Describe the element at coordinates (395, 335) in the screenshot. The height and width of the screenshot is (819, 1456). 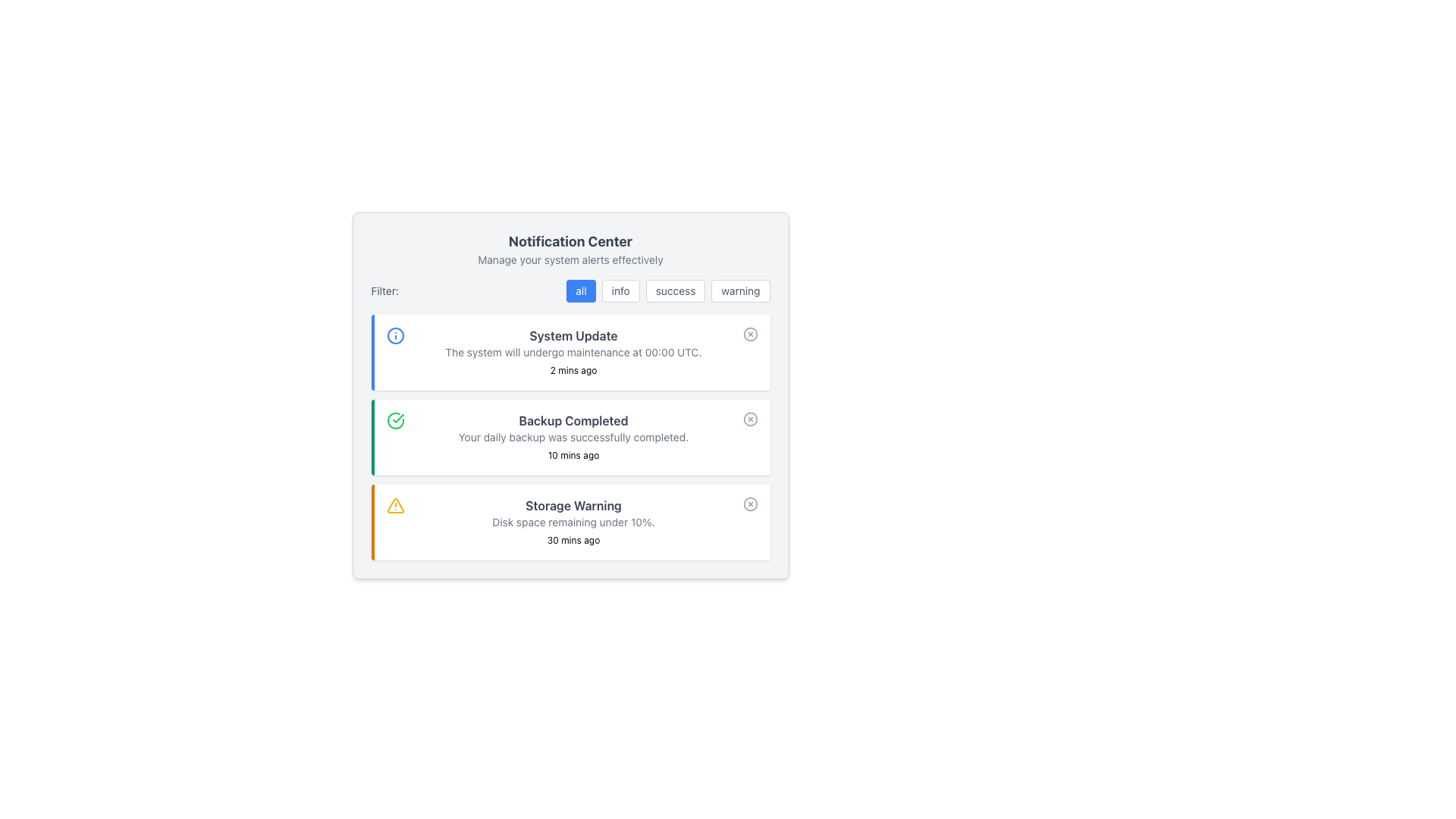
I see `the information update icon located to the left of the 'System Update' notification entry` at that location.